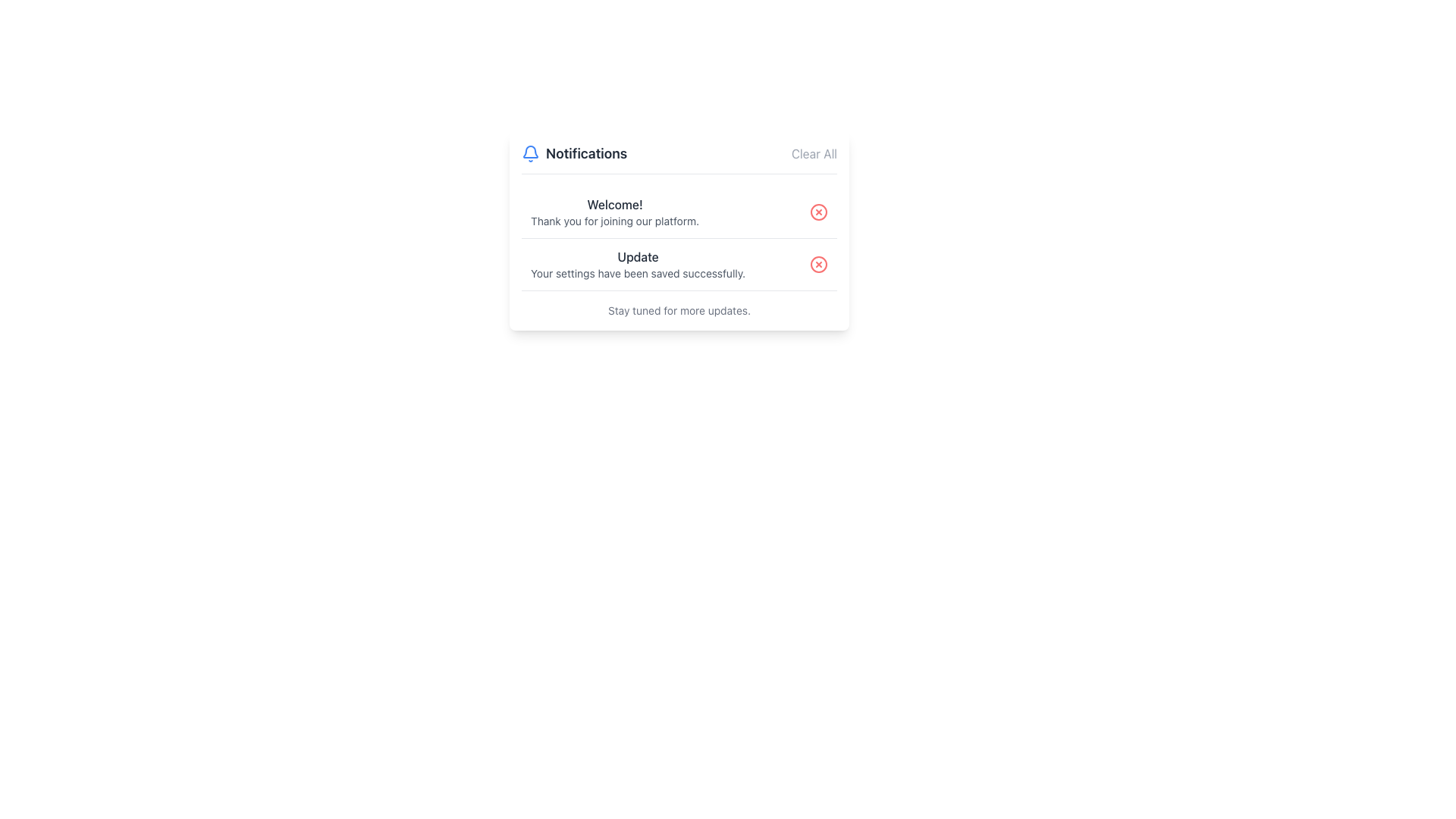  I want to click on the 'Update' label, which is a bold dark gray text element centered in the notifications card, so click(638, 256).